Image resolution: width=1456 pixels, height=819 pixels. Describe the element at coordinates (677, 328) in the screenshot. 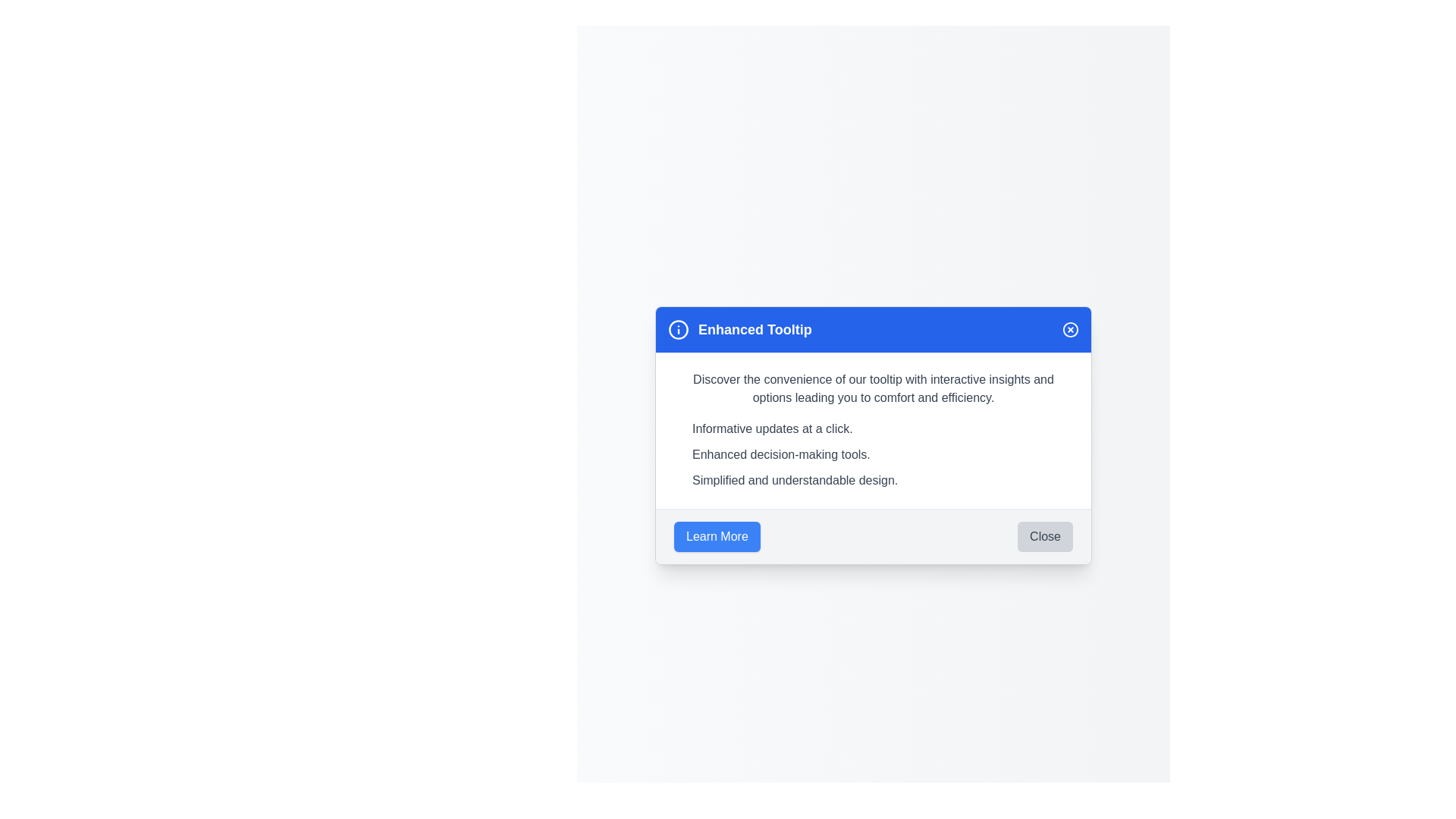

I see `the SVG Circle Graphic with a blue outline that signifies information or notification, located to the left of the 'Enhanced Tooltip' text in the header` at that location.